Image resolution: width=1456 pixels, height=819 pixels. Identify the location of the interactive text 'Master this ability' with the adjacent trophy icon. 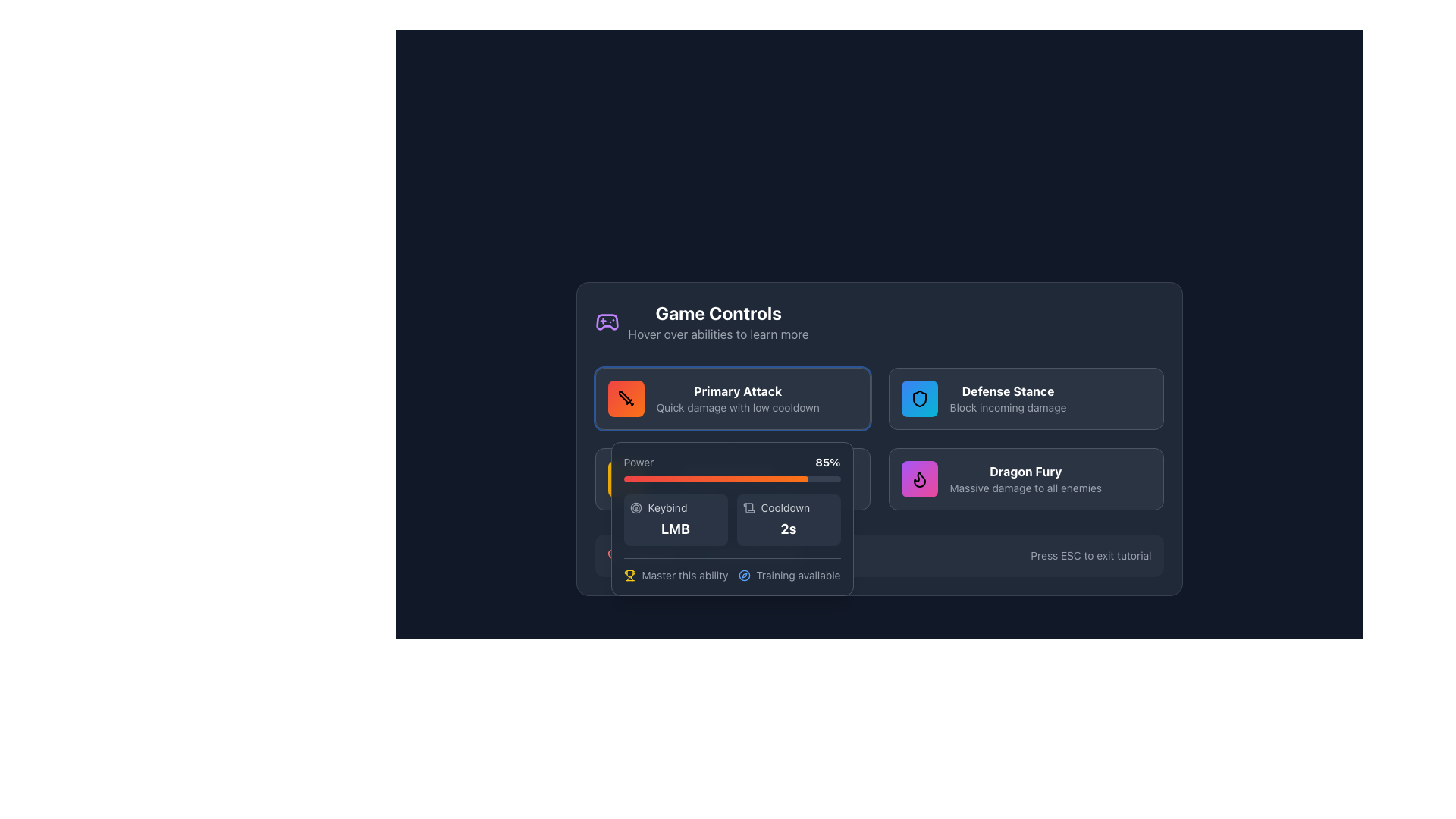
(676, 576).